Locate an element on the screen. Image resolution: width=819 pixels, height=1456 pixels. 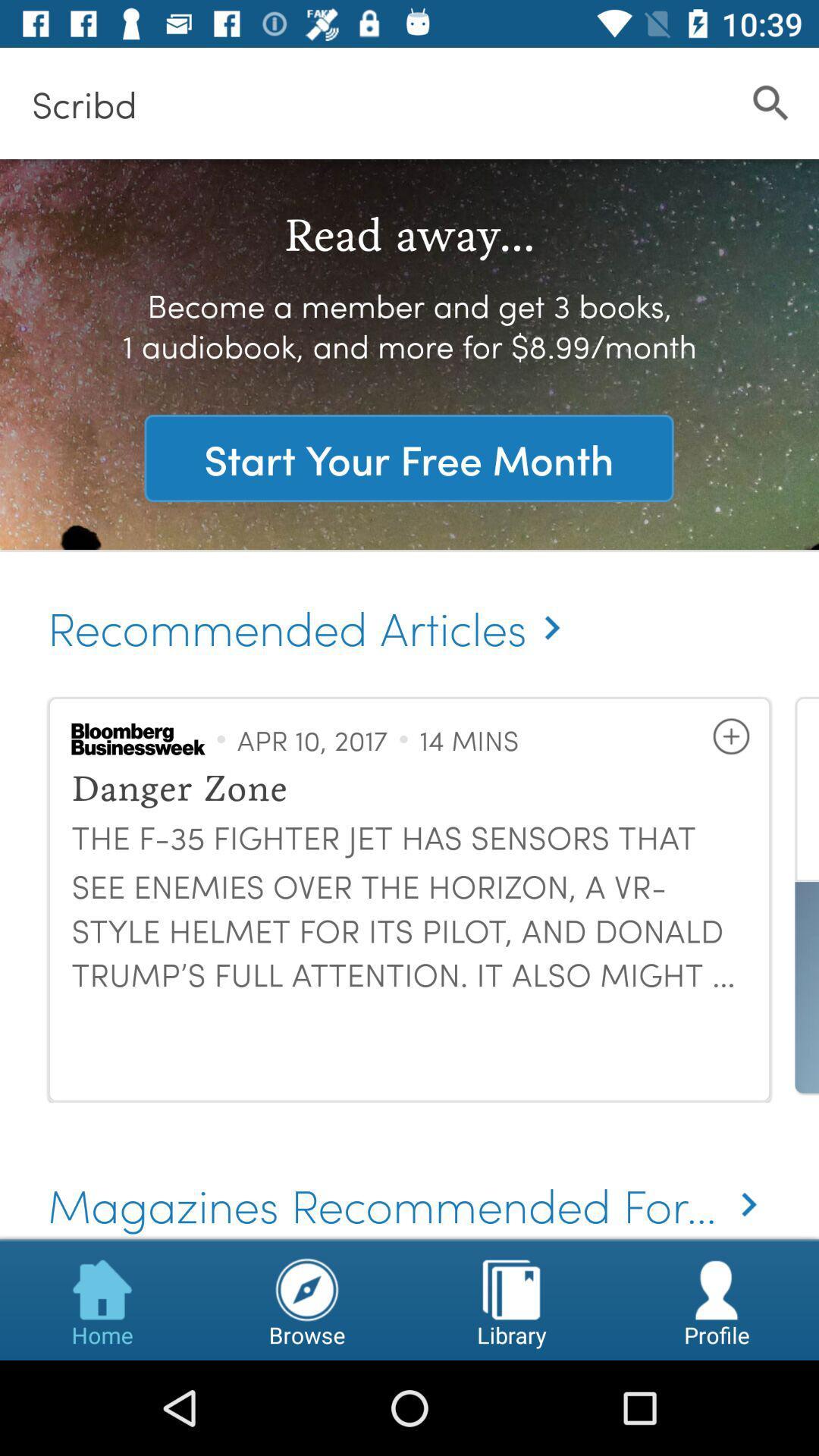
start your free is located at coordinates (408, 457).